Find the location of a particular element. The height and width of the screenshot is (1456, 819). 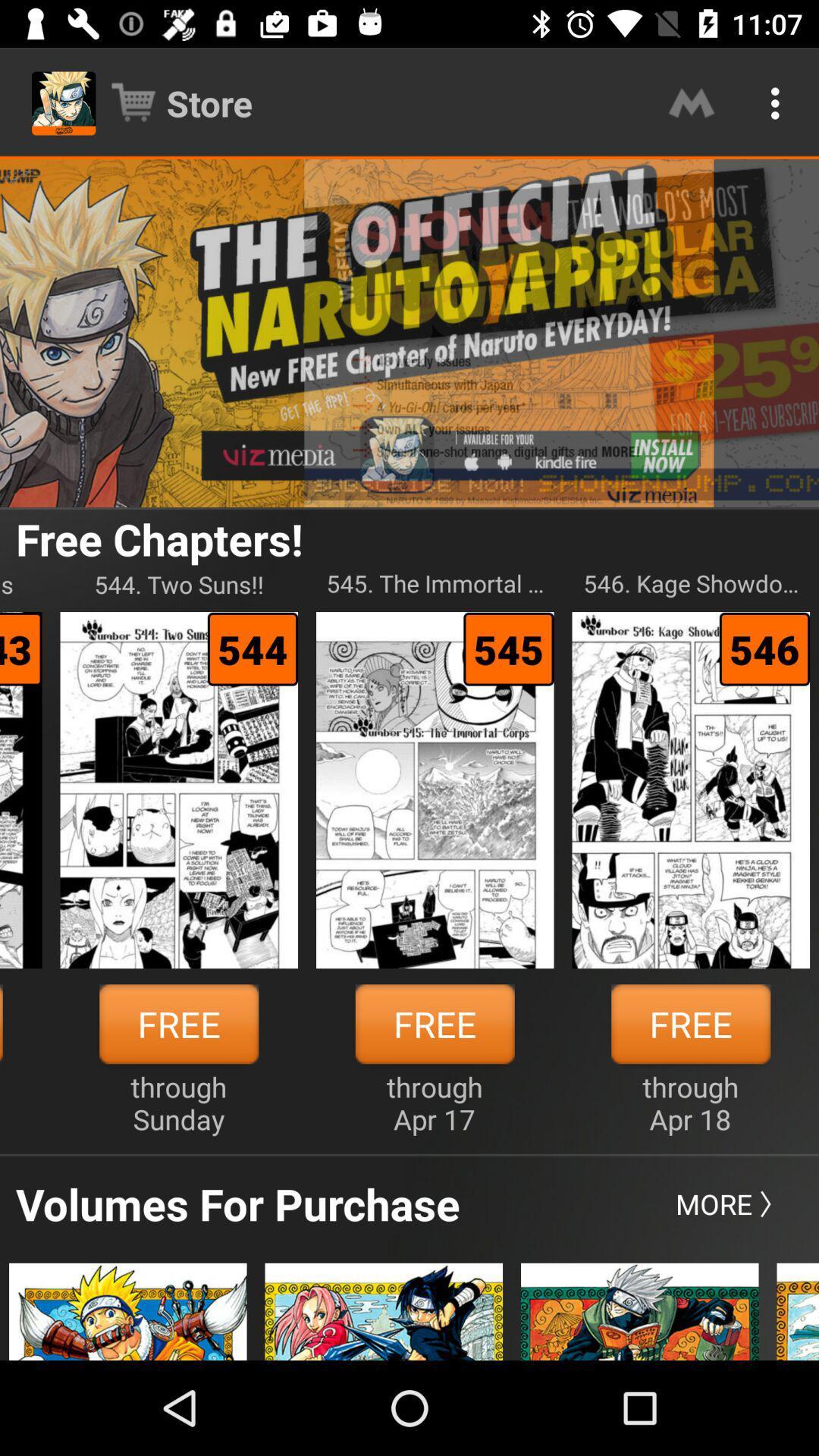

item next to the free item is located at coordinates (177, 1103).